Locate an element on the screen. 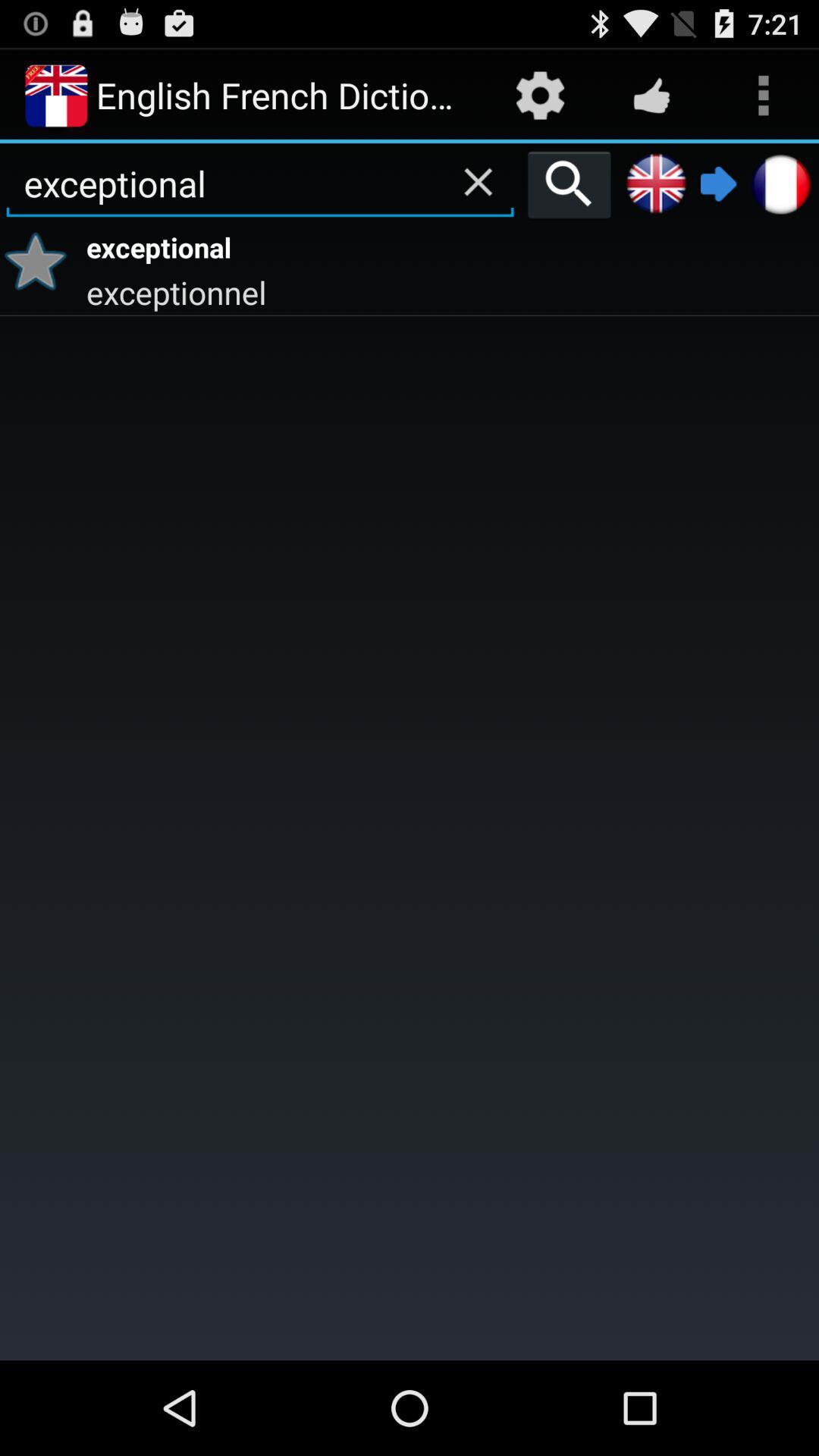 This screenshot has width=819, height=1456. app next to the english french dictionary item is located at coordinates (539, 94).